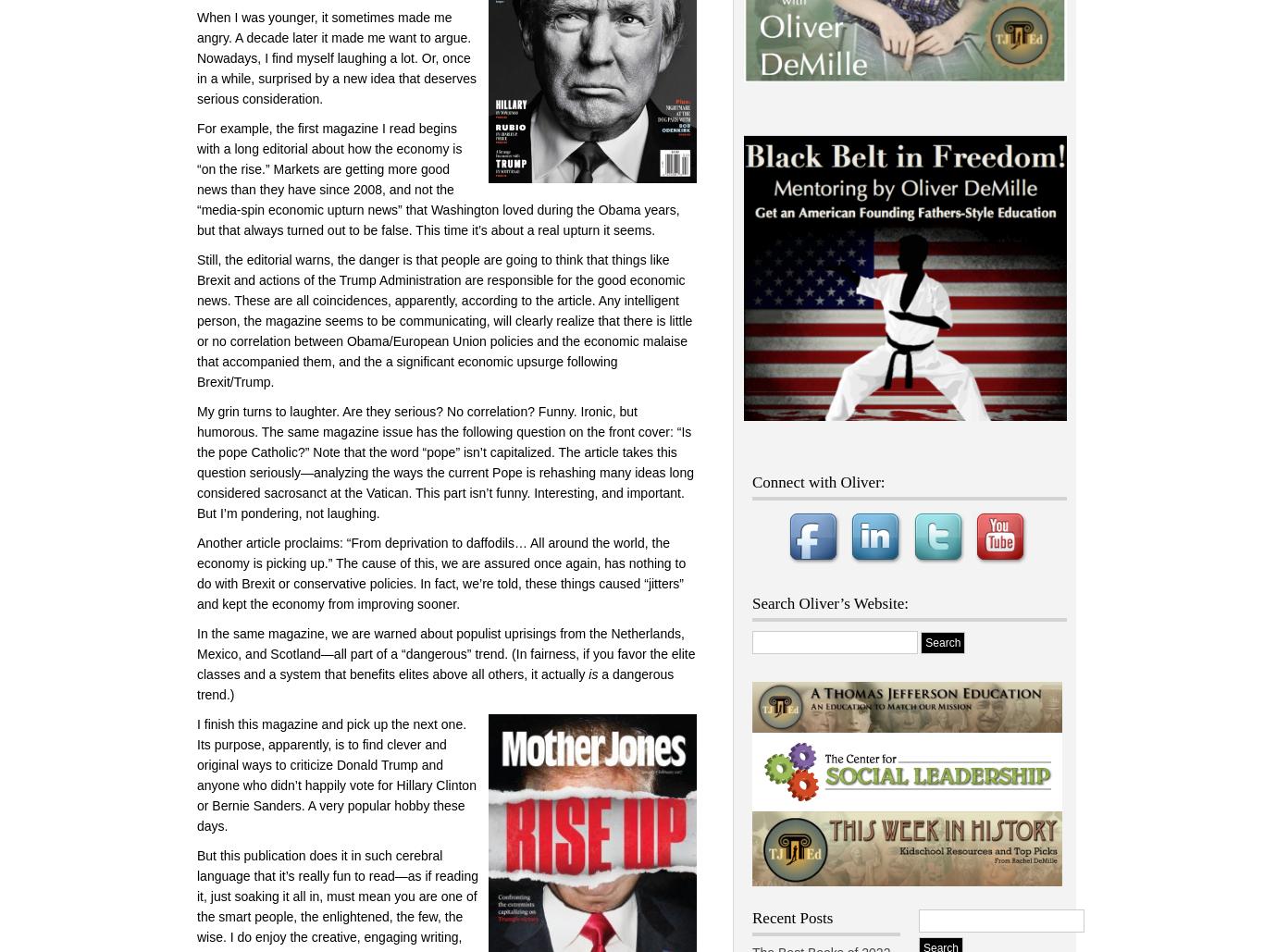  Describe the element at coordinates (829, 603) in the screenshot. I see `'Search Oliver’s Website:'` at that location.